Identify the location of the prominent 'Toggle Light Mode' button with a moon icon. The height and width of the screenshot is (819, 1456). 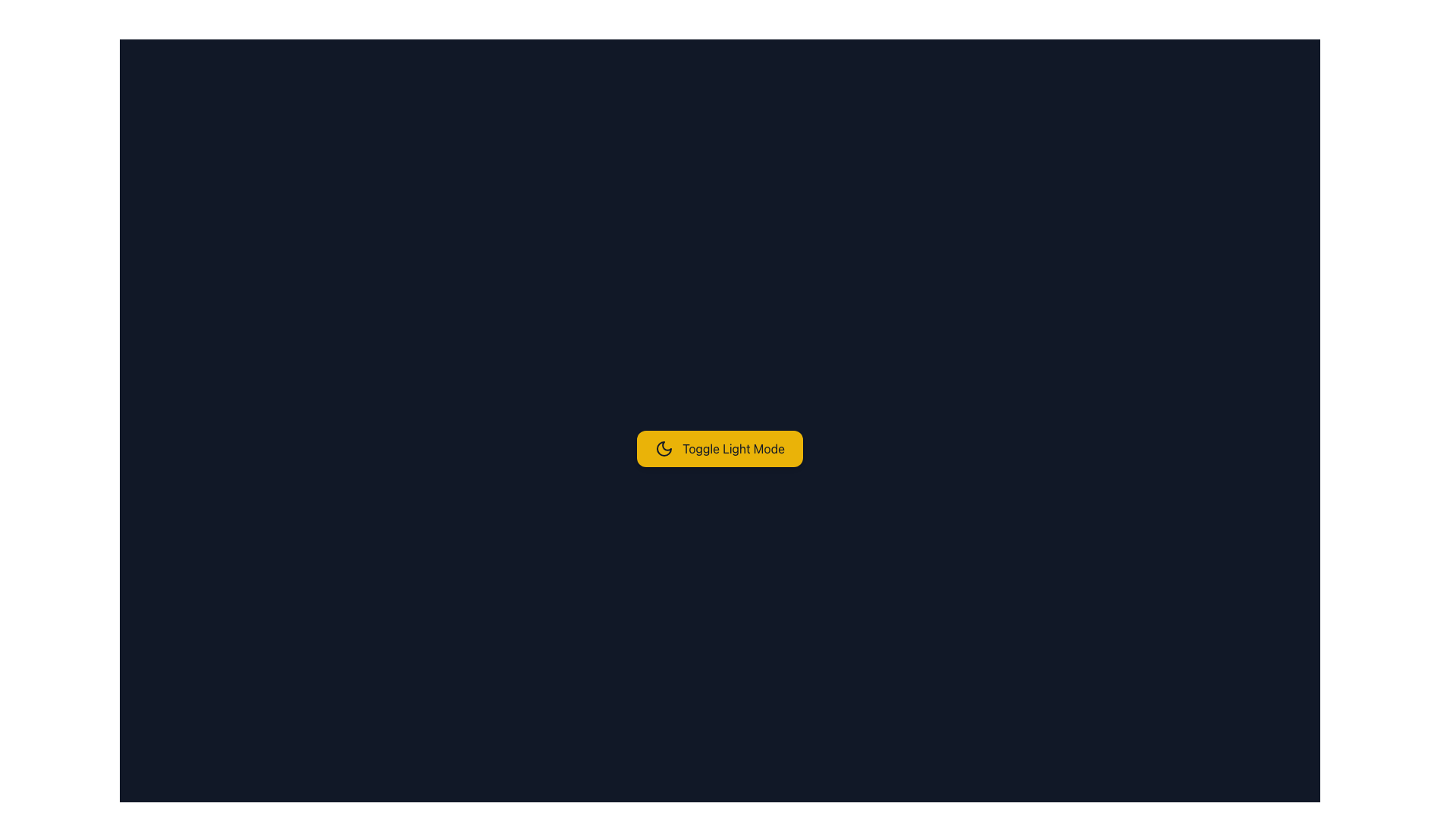
(719, 447).